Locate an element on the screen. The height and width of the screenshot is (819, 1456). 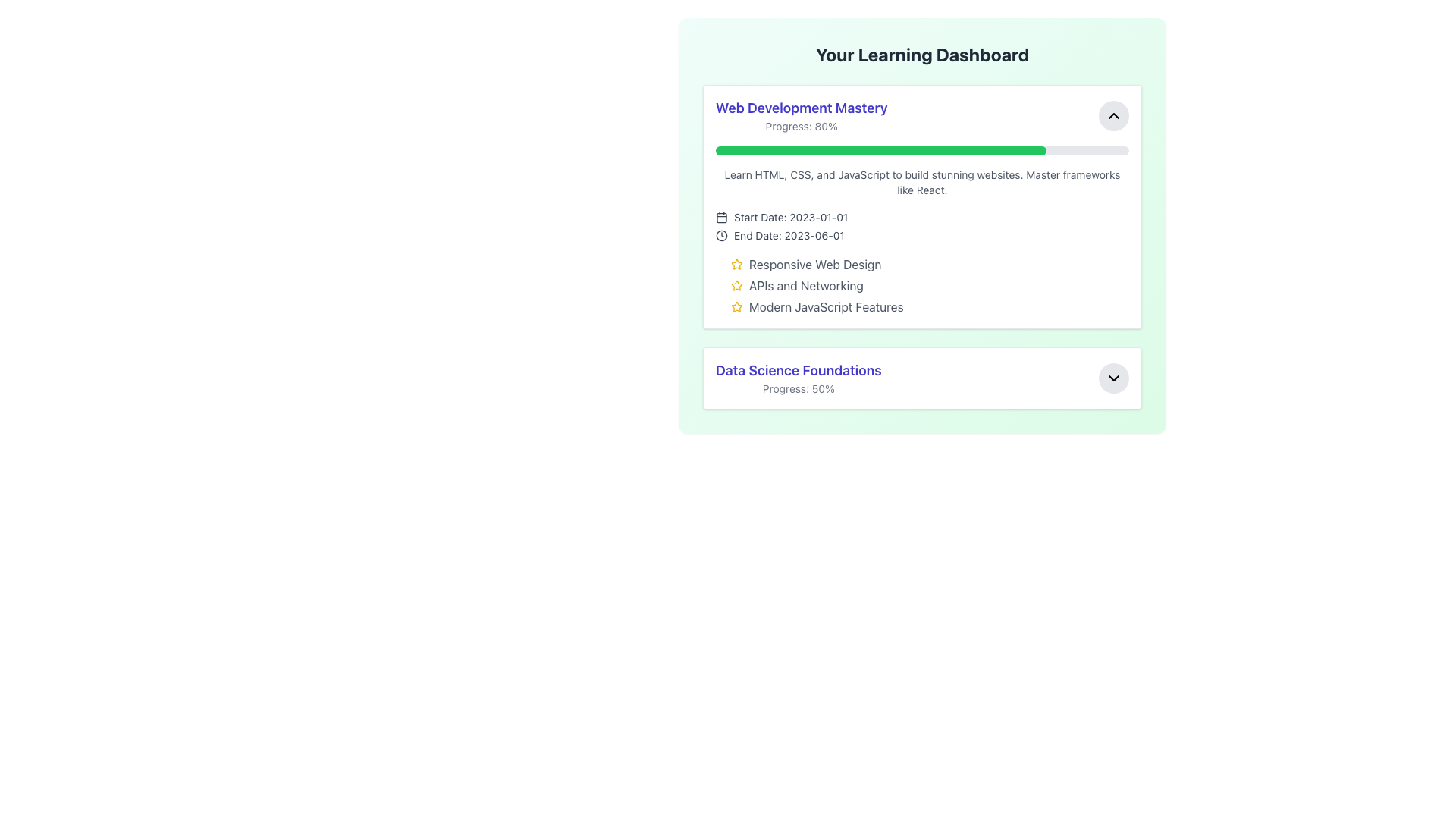
the small calendar icon, which is an outlined square with two vertical marks, located left of the text 'Start Date: 2023-01-01' in the 'Web Development Mastery' section is located at coordinates (720, 217).